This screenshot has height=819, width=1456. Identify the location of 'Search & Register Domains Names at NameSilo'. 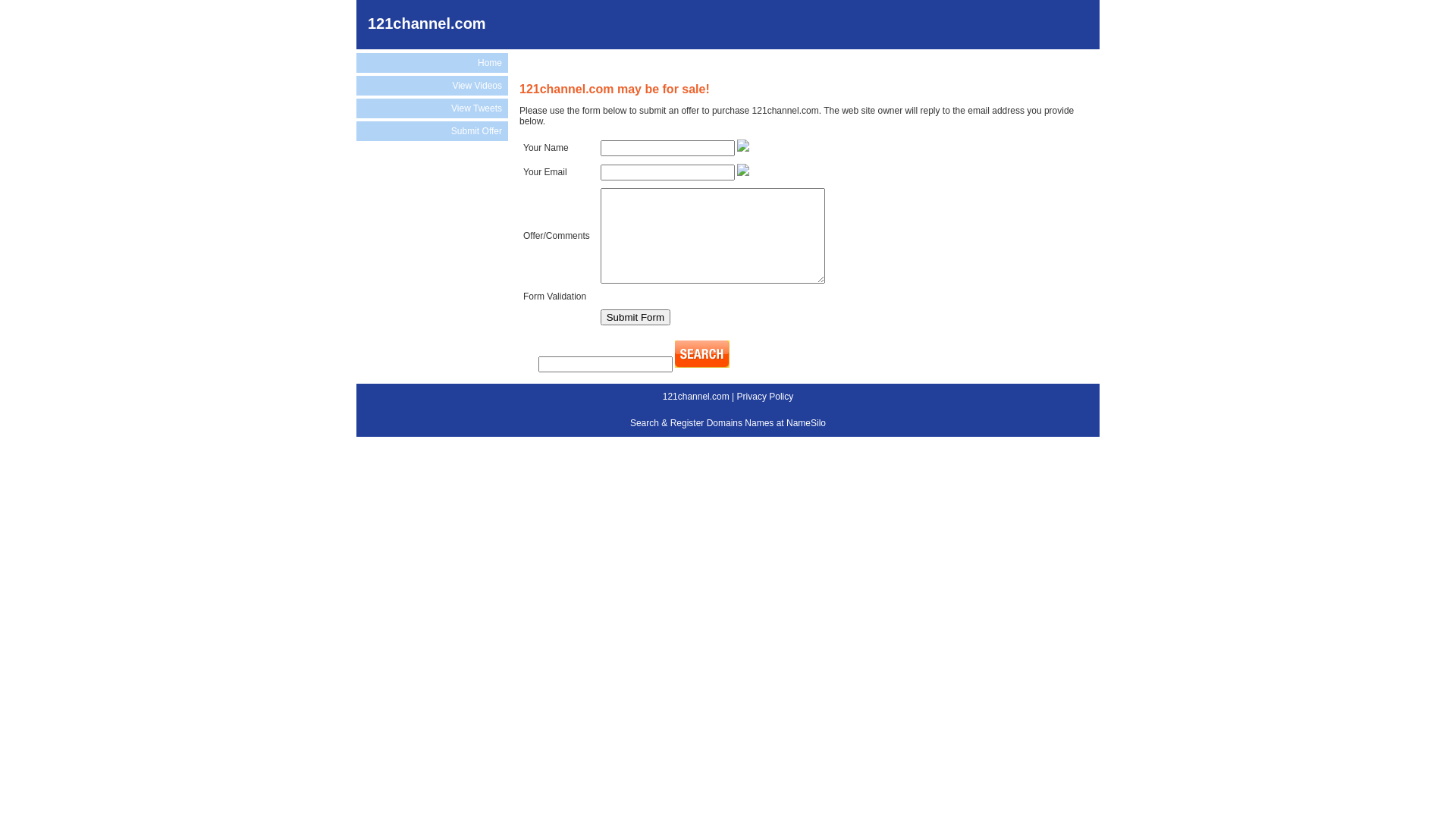
(728, 423).